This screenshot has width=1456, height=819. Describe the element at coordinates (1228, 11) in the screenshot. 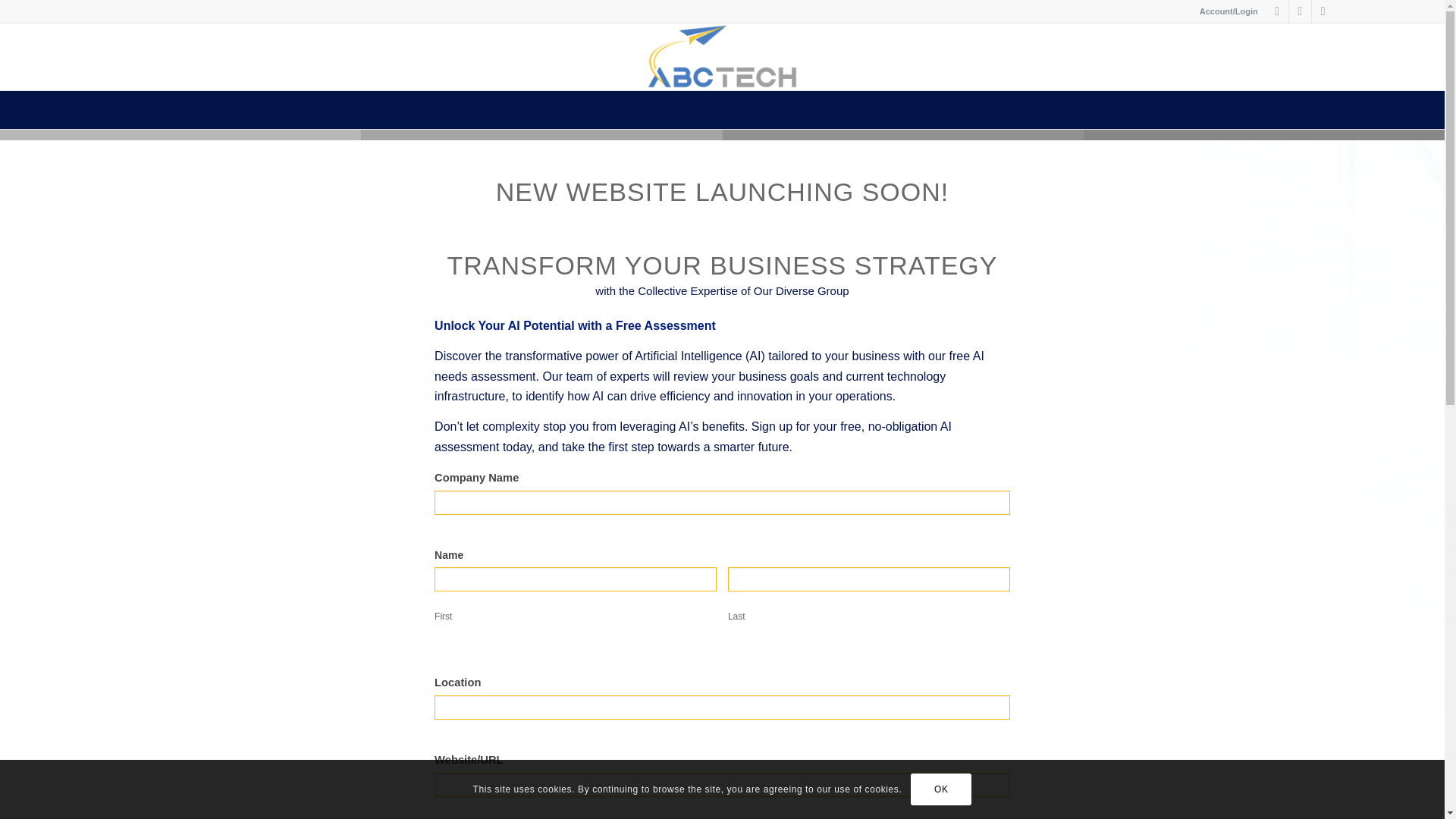

I see `'Account/Login'` at that location.